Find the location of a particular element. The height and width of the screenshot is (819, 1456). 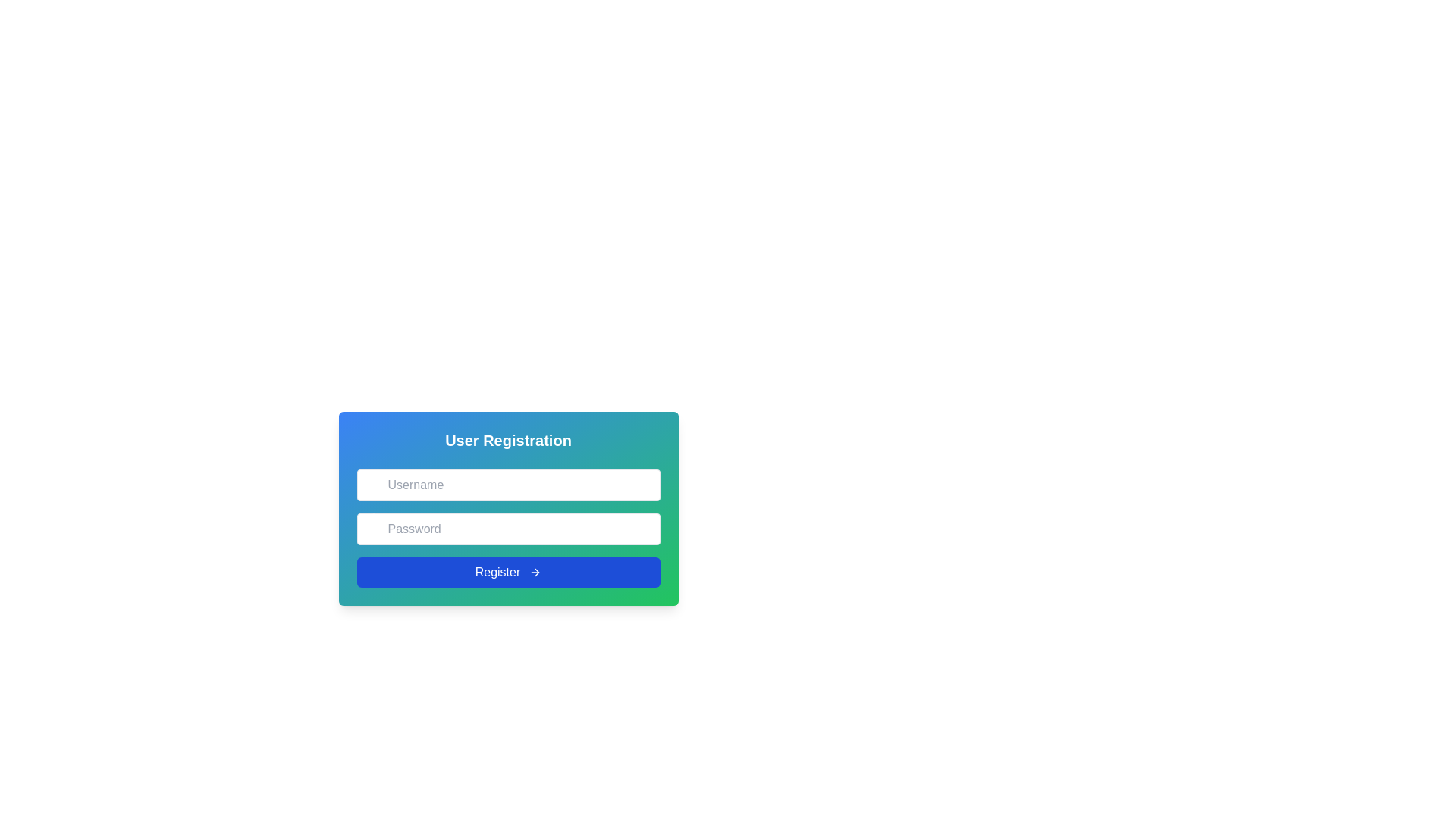

the right-arrow icon located at the far right end of the blue 'Register' button within the green-to-blue gradient panel labeled 'User Registration' is located at coordinates (535, 573).